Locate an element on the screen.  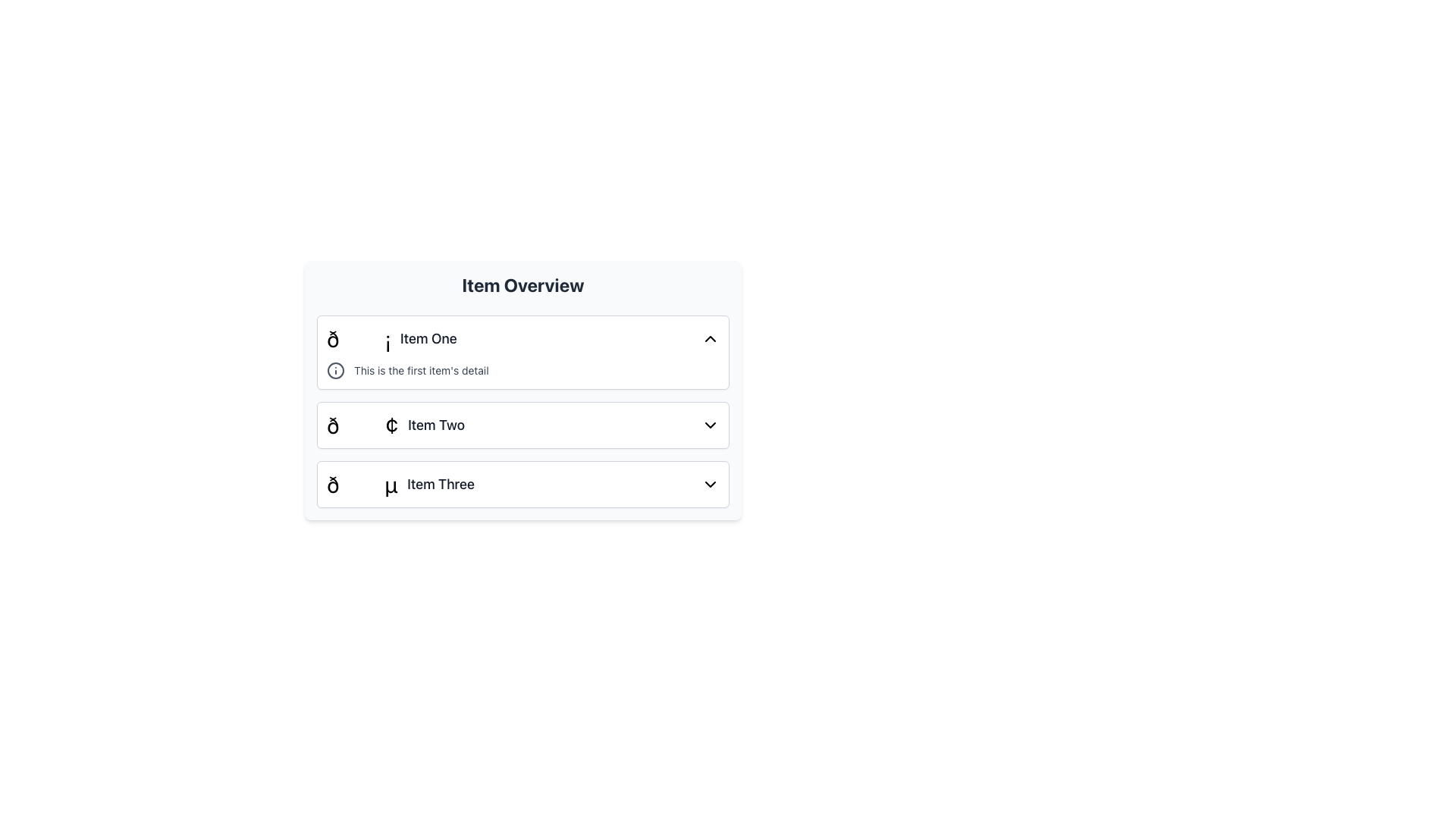
the toggle icon located in the rightmost section of the first list item labeled 'Item One' is located at coordinates (709, 338).